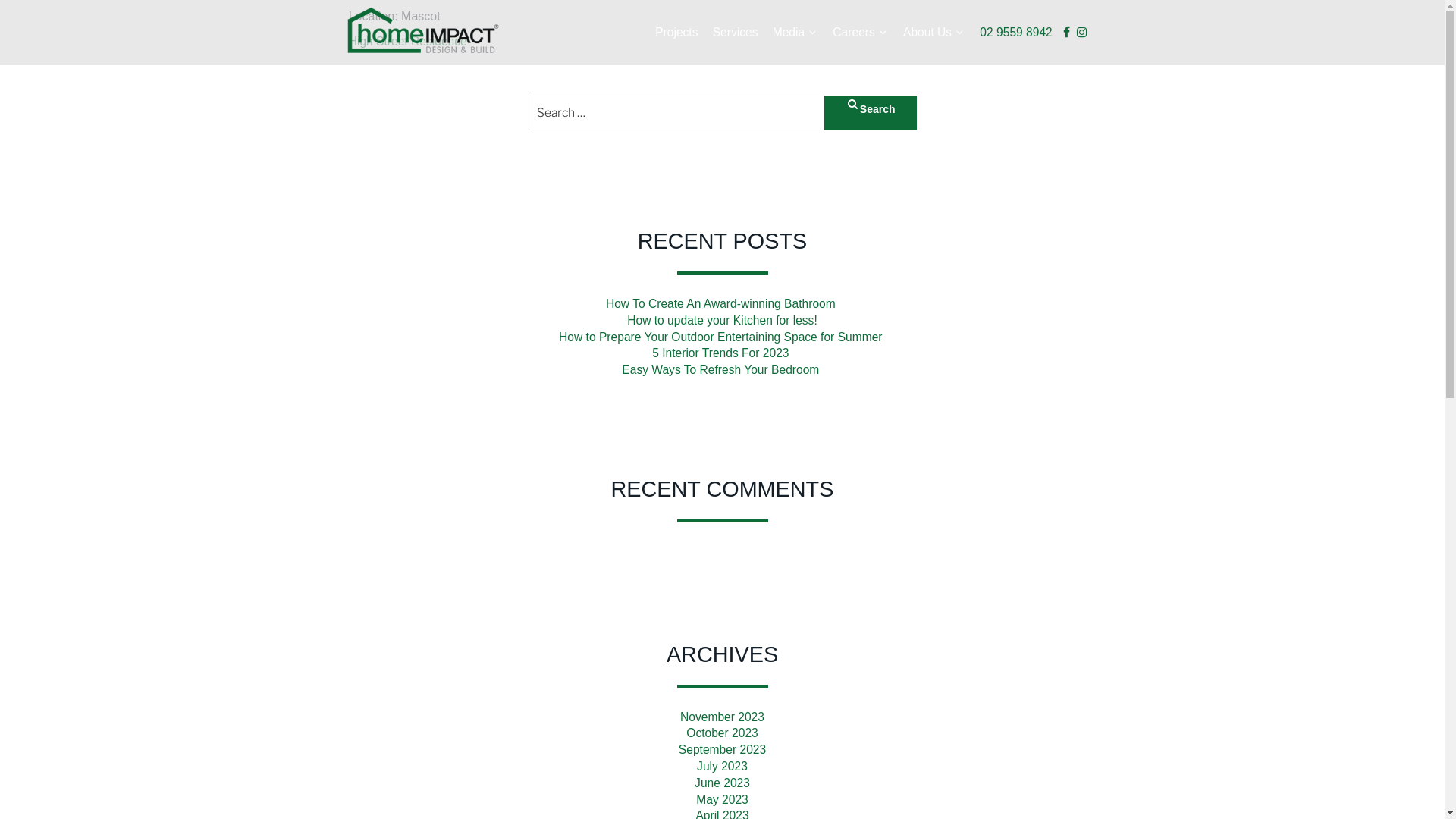 The image size is (1456, 819). What do you see at coordinates (626, 319) in the screenshot?
I see `'How to update your Kitchen for less!'` at bounding box center [626, 319].